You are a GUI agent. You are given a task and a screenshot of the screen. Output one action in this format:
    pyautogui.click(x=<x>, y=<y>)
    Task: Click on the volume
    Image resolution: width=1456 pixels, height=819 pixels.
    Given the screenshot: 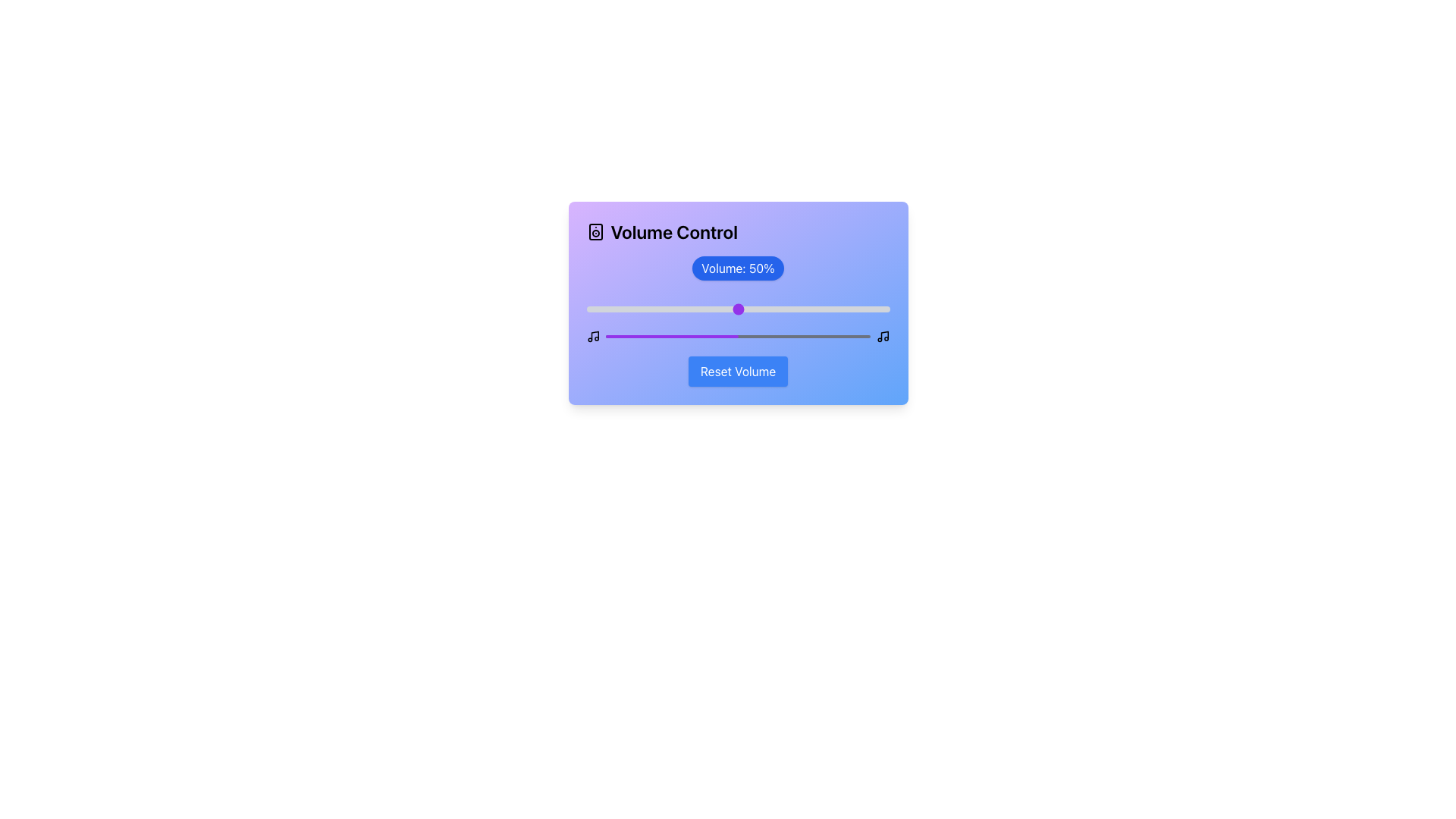 What is the action you would take?
    pyautogui.click(x=689, y=309)
    